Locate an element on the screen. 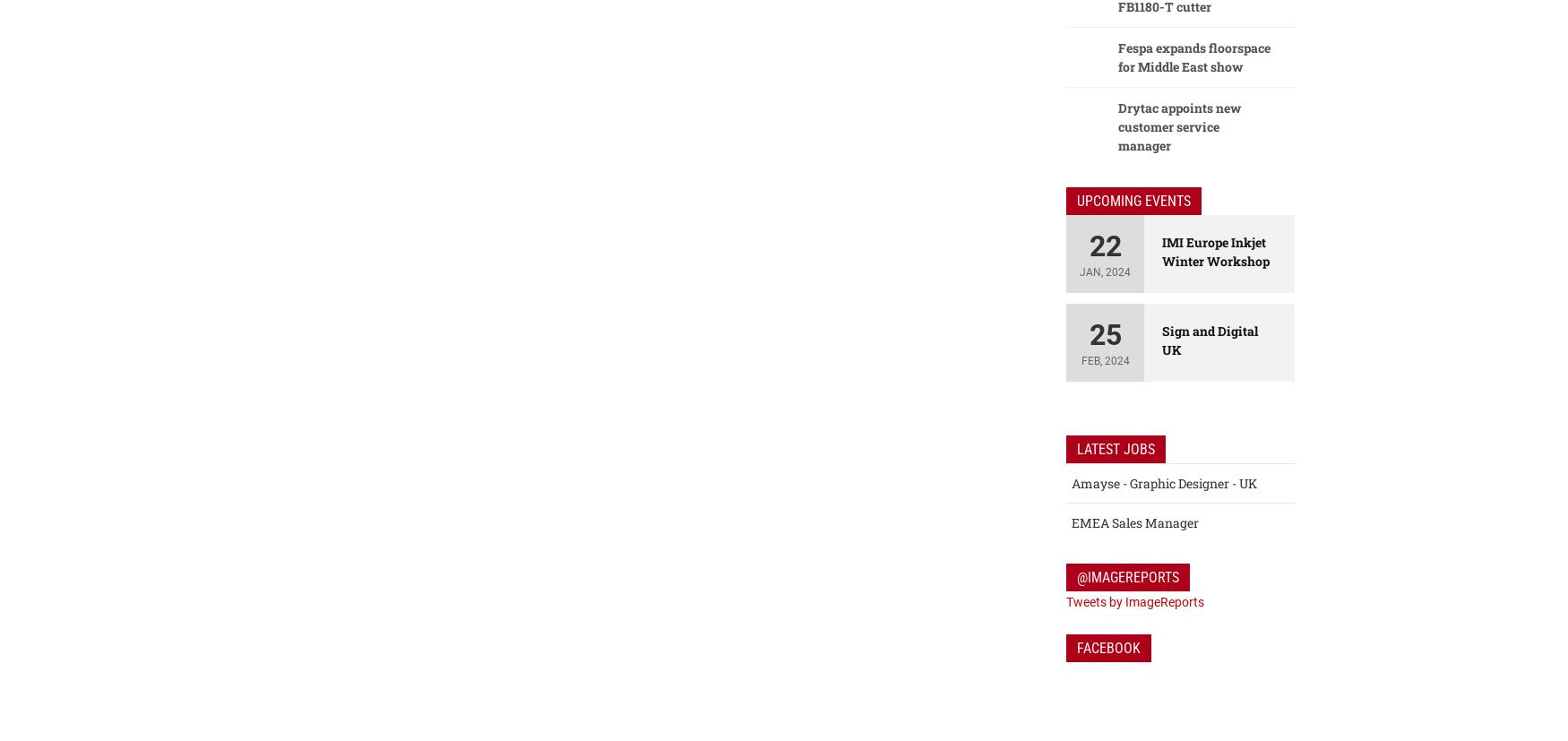 The height and width of the screenshot is (741, 1568). 'Upcoming Events' is located at coordinates (1133, 200).